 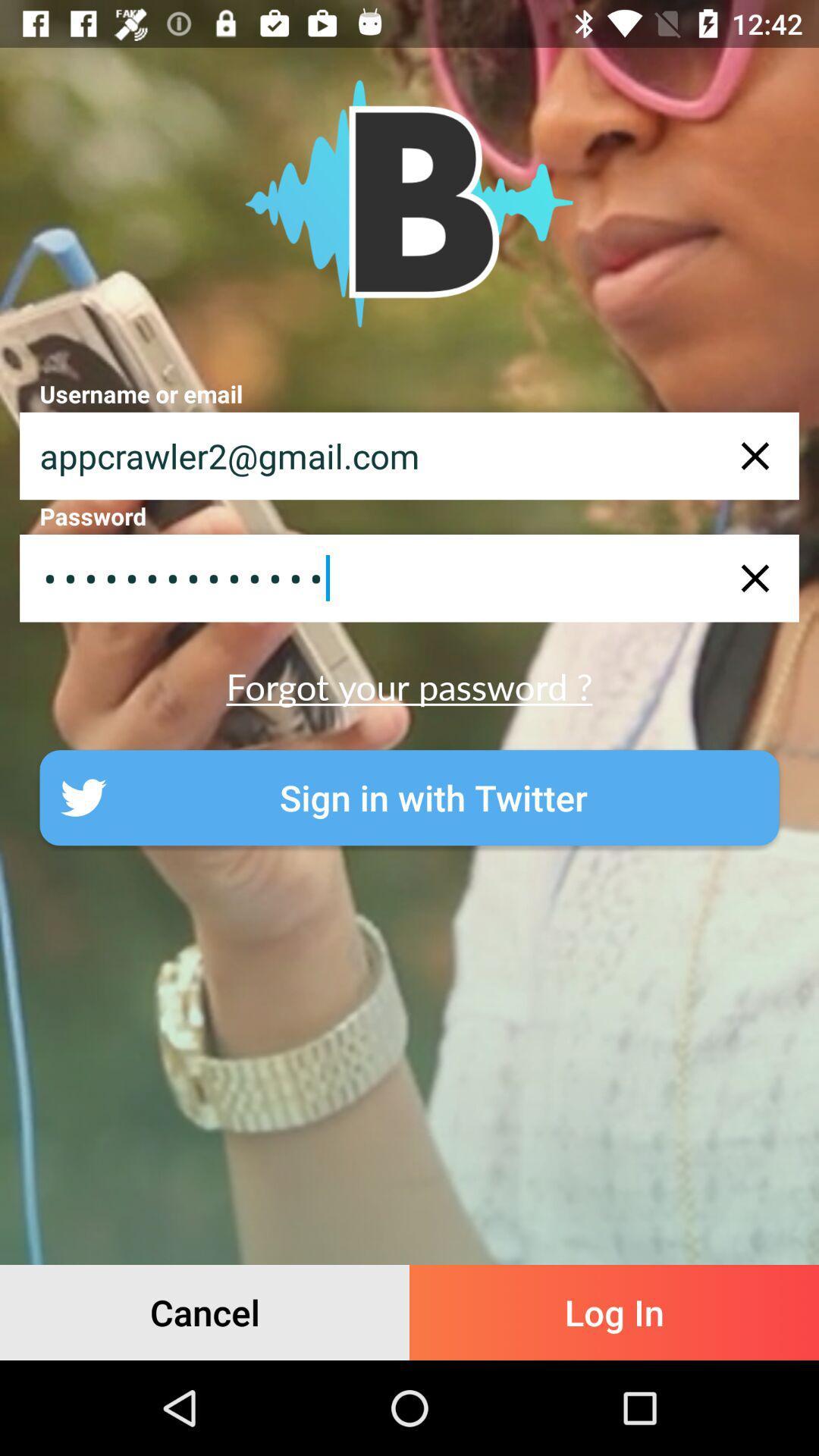 I want to click on the item above cancel, so click(x=409, y=797).